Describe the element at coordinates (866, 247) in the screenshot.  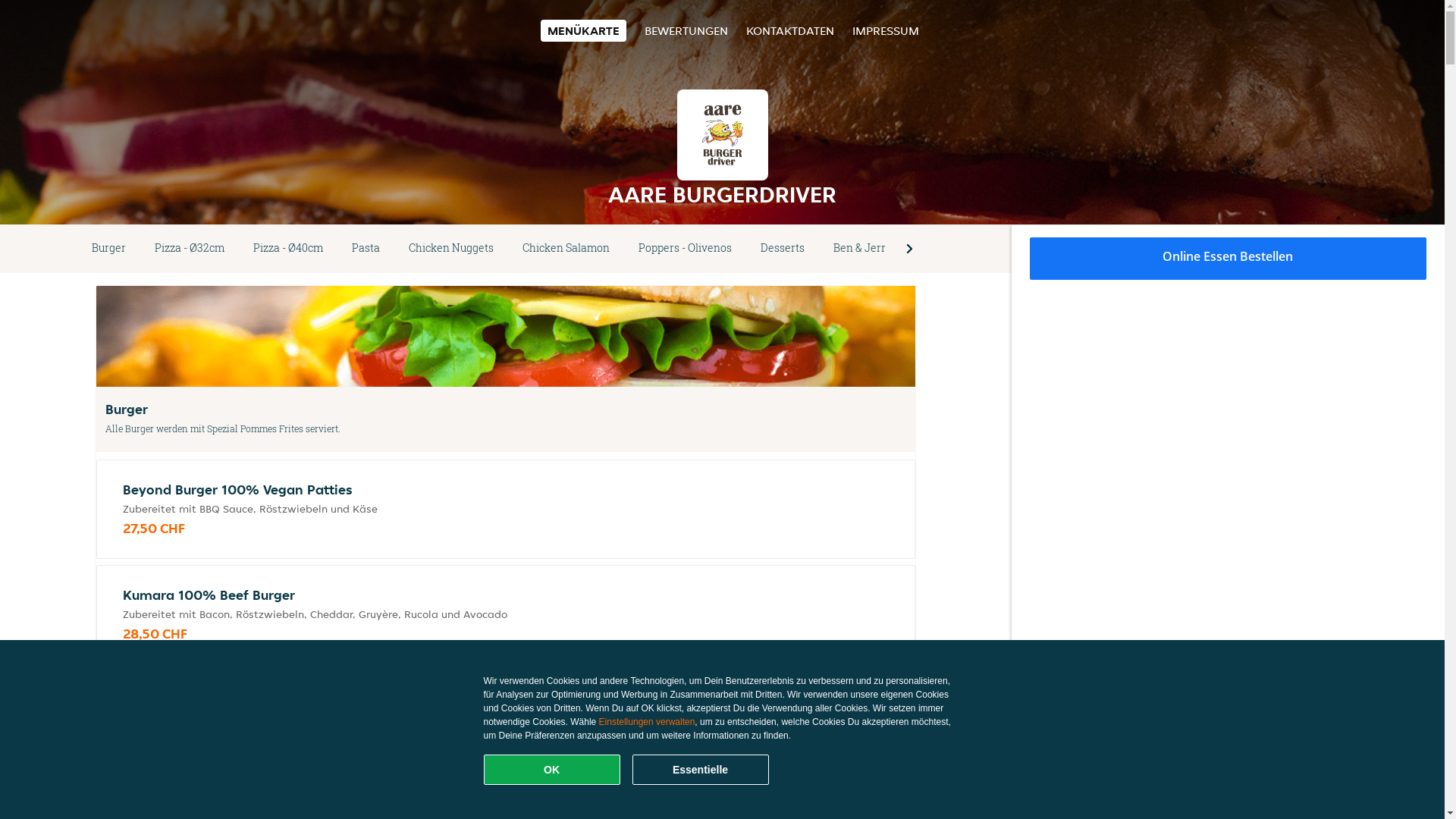
I see `'Ben & Jerry's'` at that location.